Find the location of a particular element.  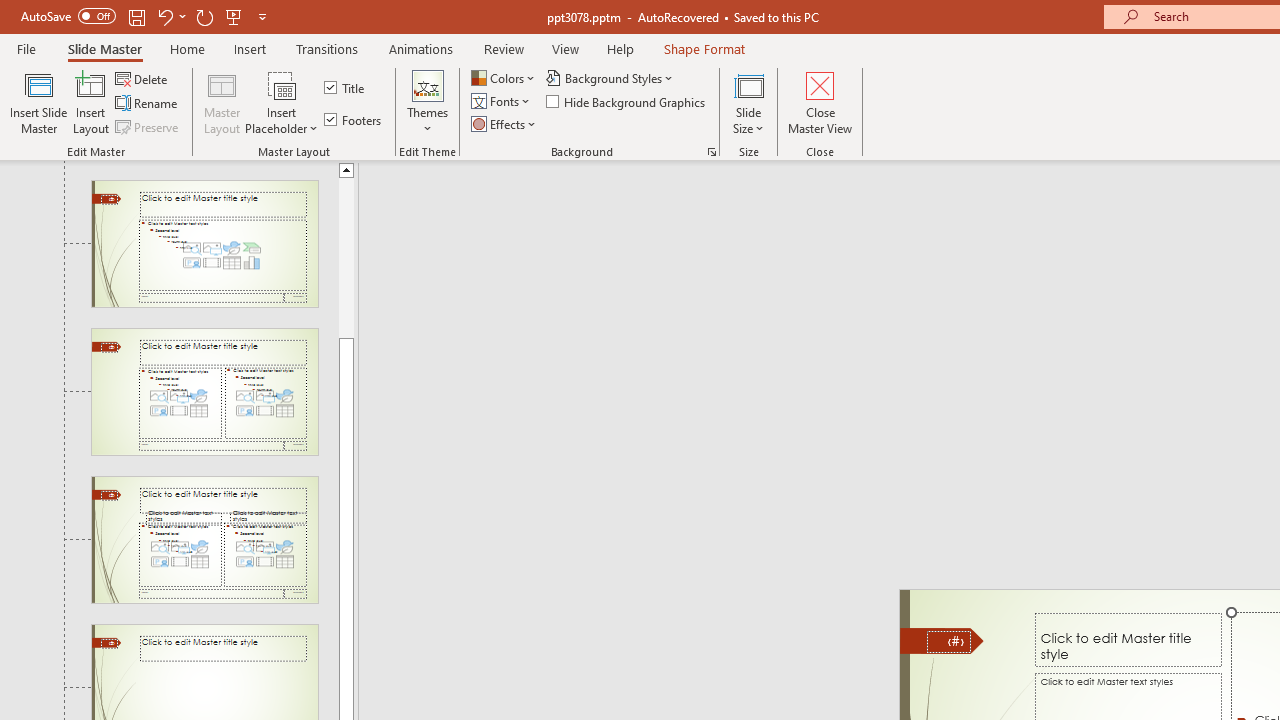

'Animations' is located at coordinates (420, 48).